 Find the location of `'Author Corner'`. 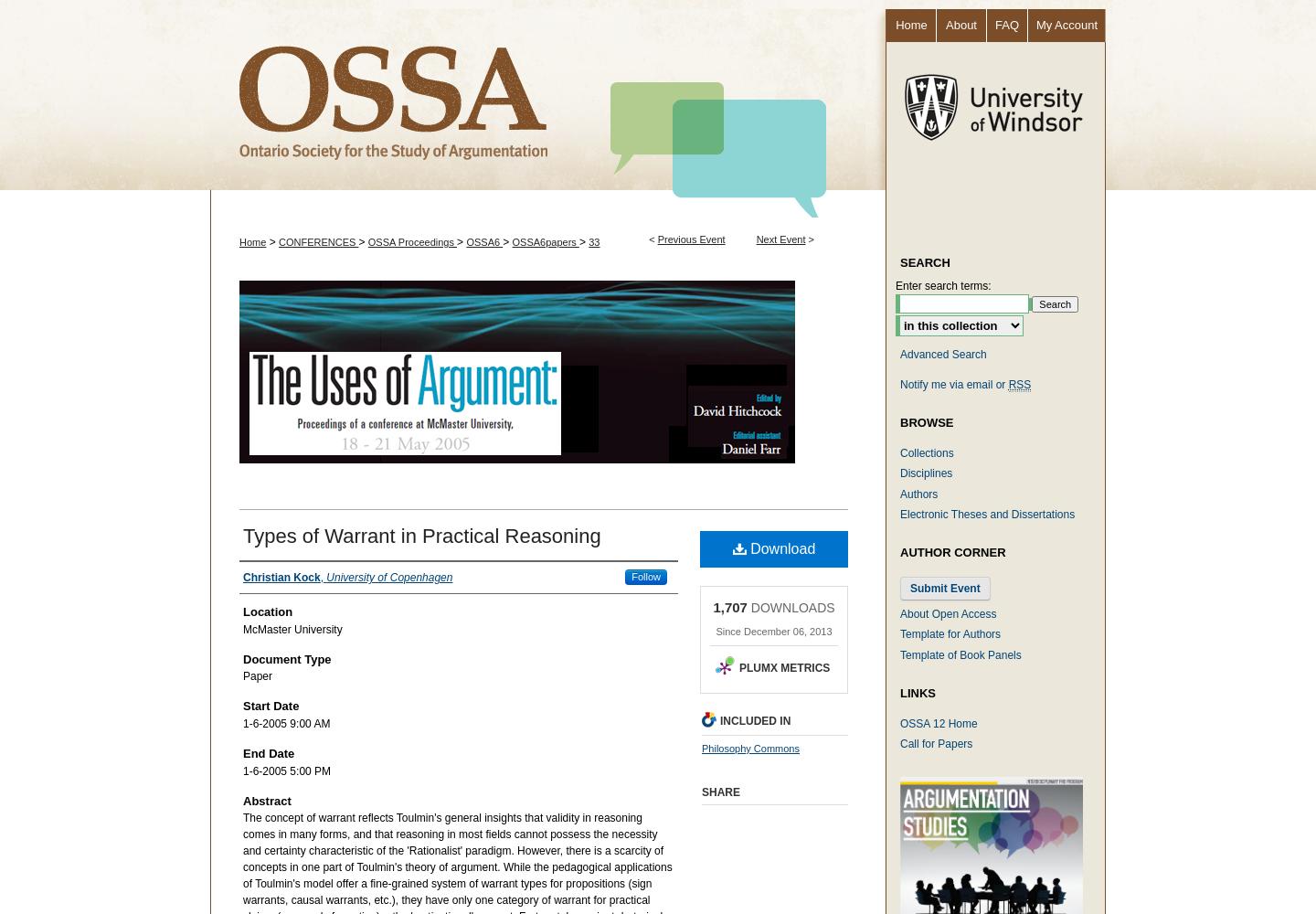

'Author Corner' is located at coordinates (952, 551).